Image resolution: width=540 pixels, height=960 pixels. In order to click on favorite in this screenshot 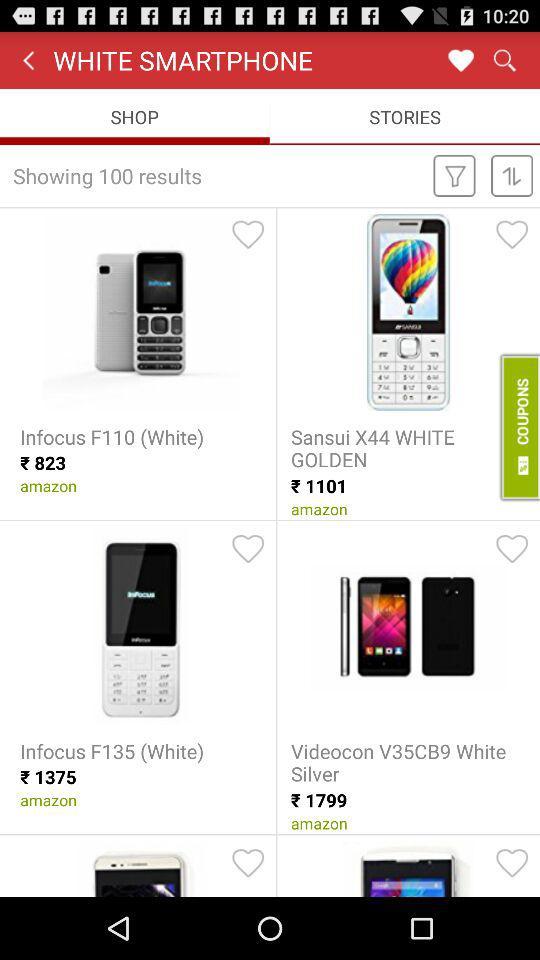, I will do `click(512, 234)`.